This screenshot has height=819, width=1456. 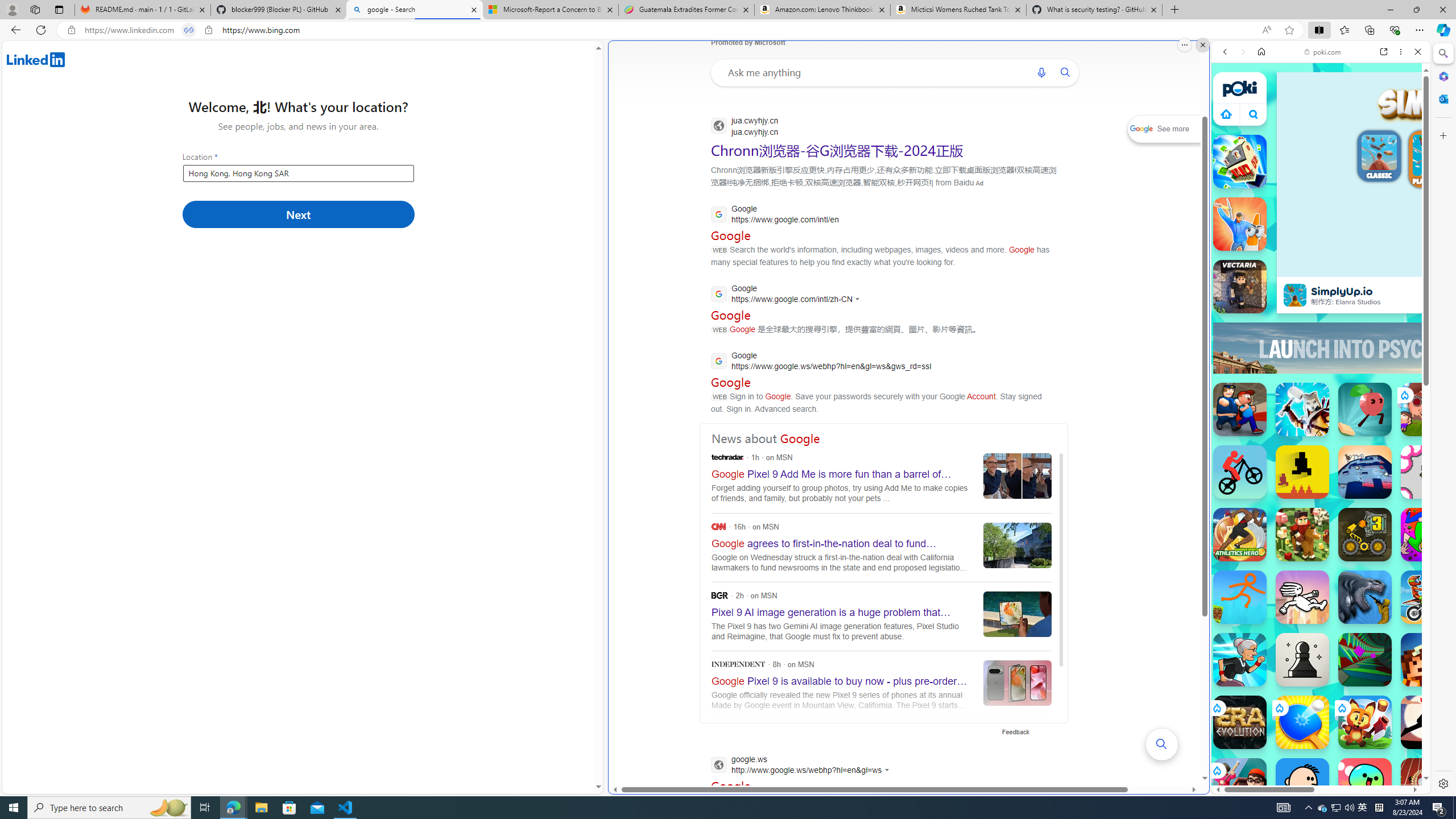 What do you see at coordinates (1389, 268) in the screenshot?
I see `'Show More Car Games'` at bounding box center [1389, 268].